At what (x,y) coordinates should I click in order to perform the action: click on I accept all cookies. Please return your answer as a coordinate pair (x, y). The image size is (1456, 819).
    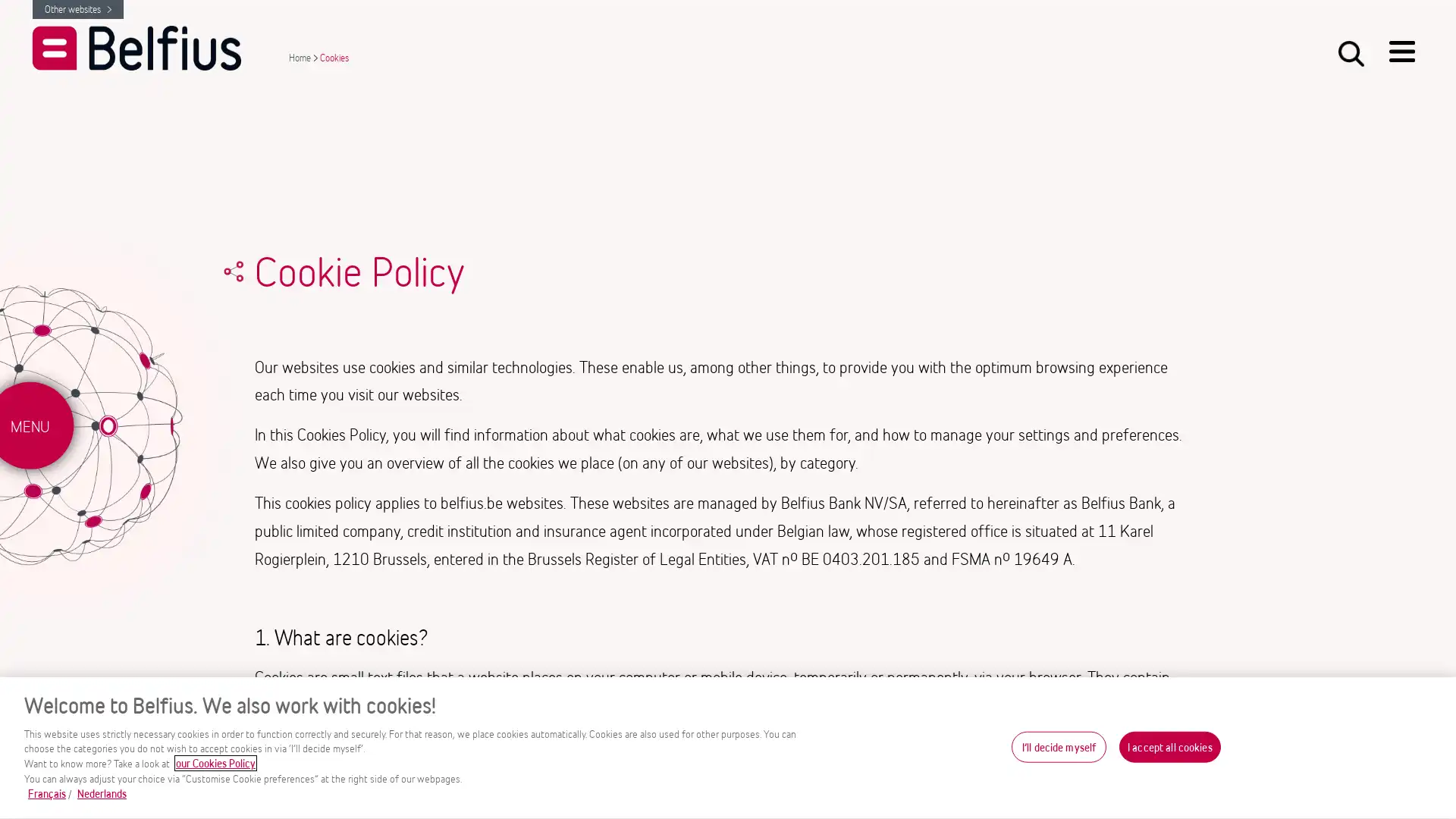
    Looking at the image, I should click on (1169, 745).